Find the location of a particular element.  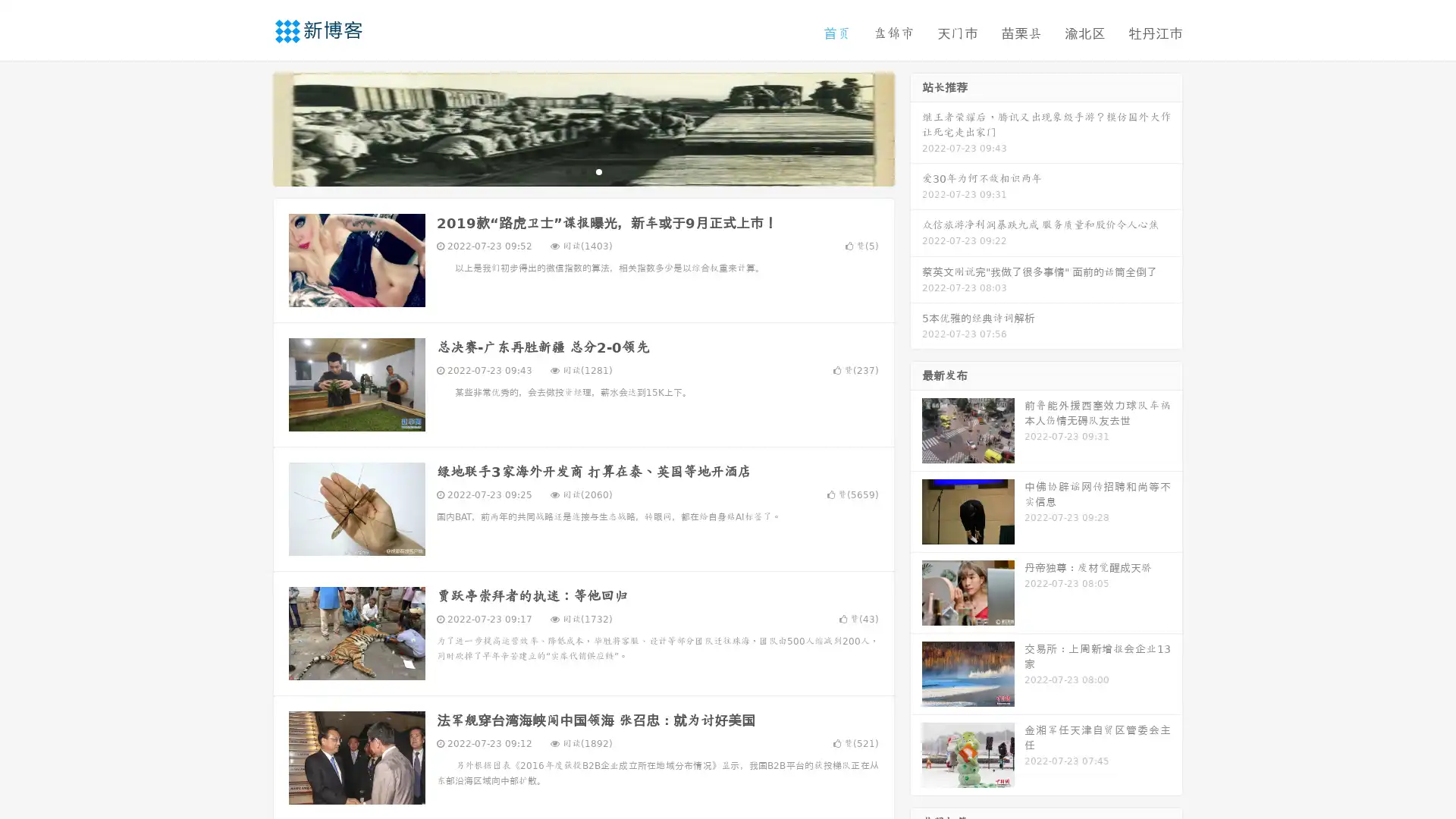

Go to slide 1 is located at coordinates (567, 171).